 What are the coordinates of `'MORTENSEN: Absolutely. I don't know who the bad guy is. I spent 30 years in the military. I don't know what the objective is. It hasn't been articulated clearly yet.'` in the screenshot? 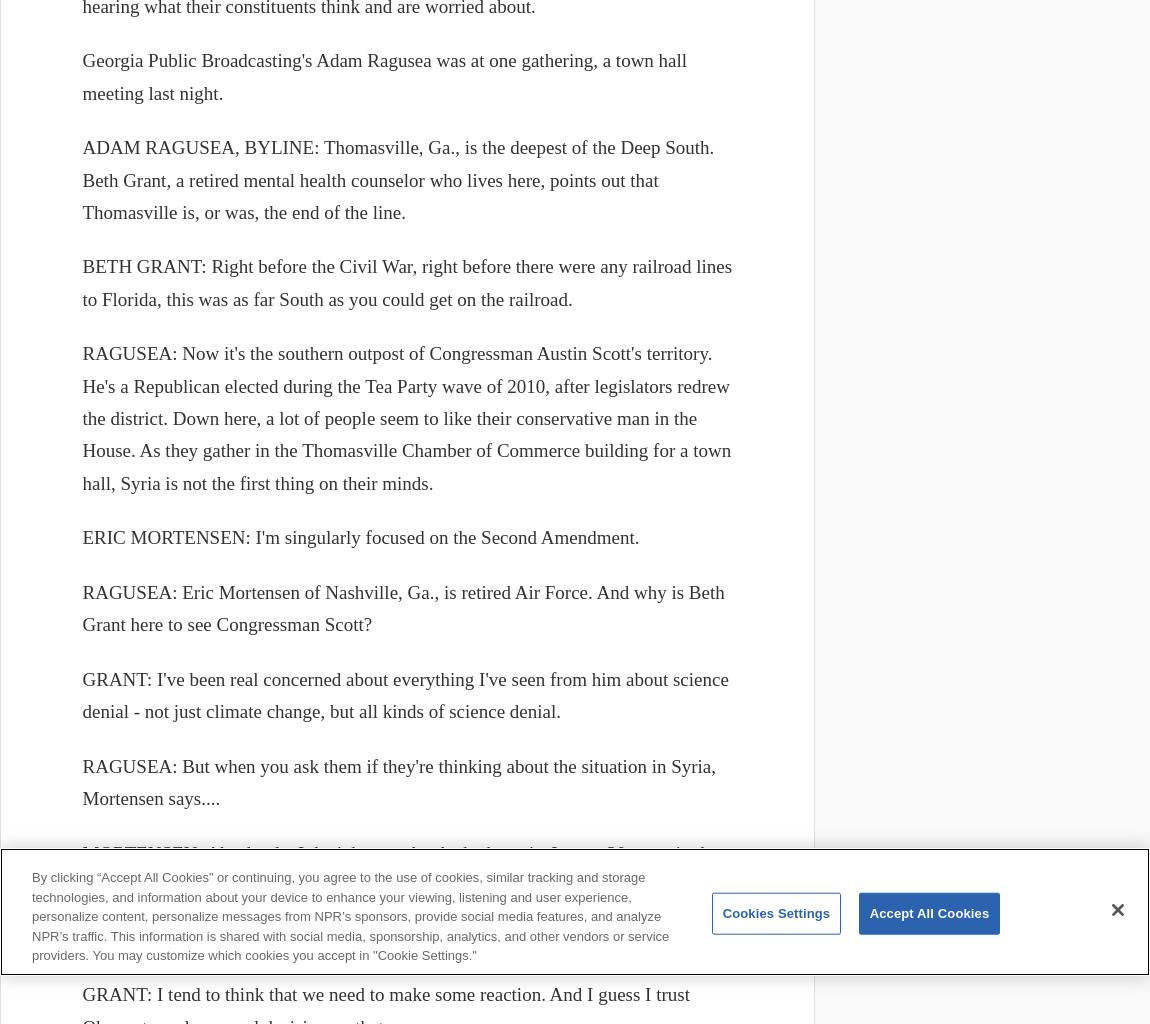 It's located at (399, 868).